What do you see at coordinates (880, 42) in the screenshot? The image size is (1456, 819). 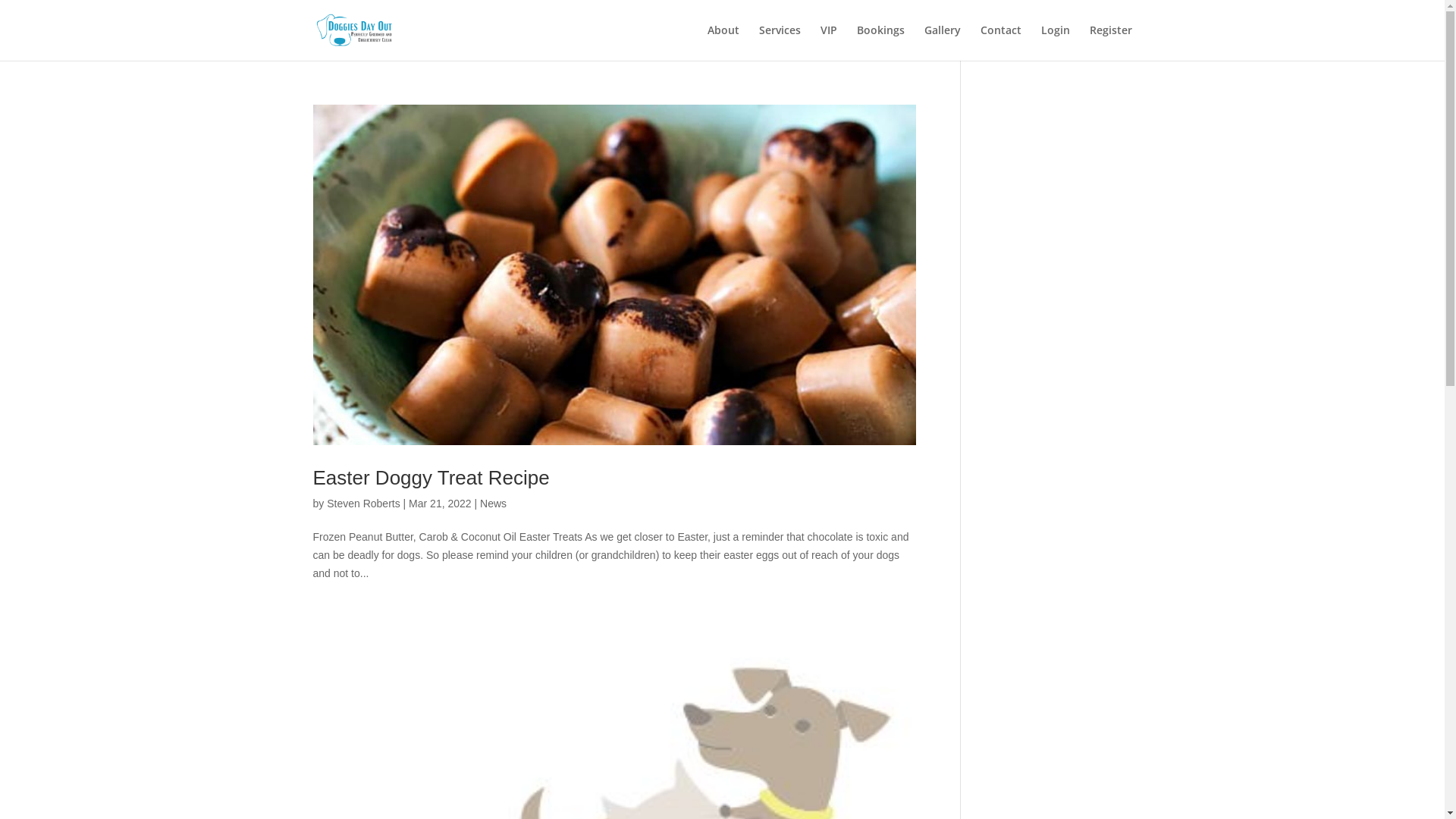 I see `'Bookings'` at bounding box center [880, 42].